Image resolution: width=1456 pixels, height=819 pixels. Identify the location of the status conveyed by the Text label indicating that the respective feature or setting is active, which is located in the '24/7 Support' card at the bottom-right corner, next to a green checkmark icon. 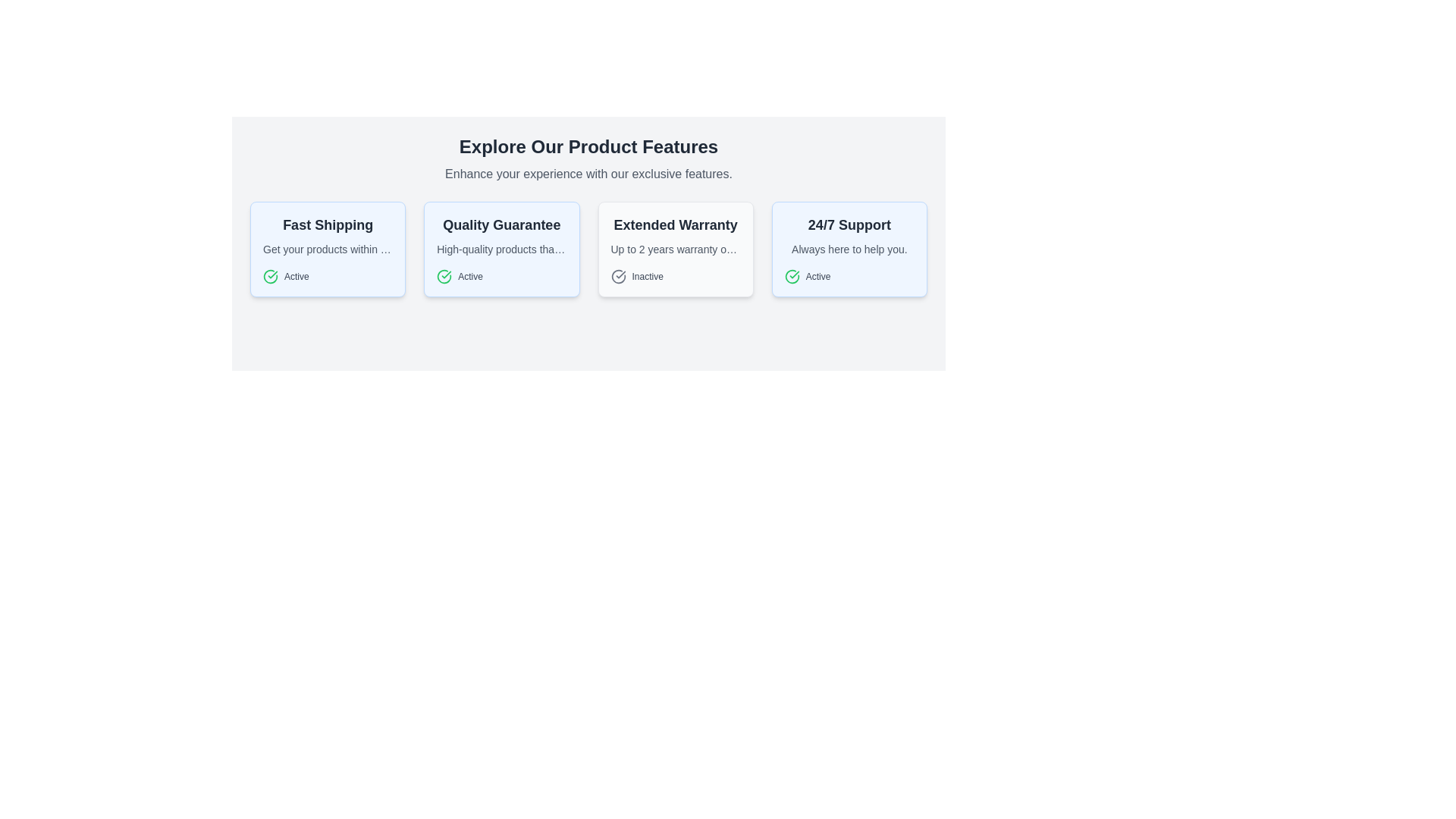
(469, 277).